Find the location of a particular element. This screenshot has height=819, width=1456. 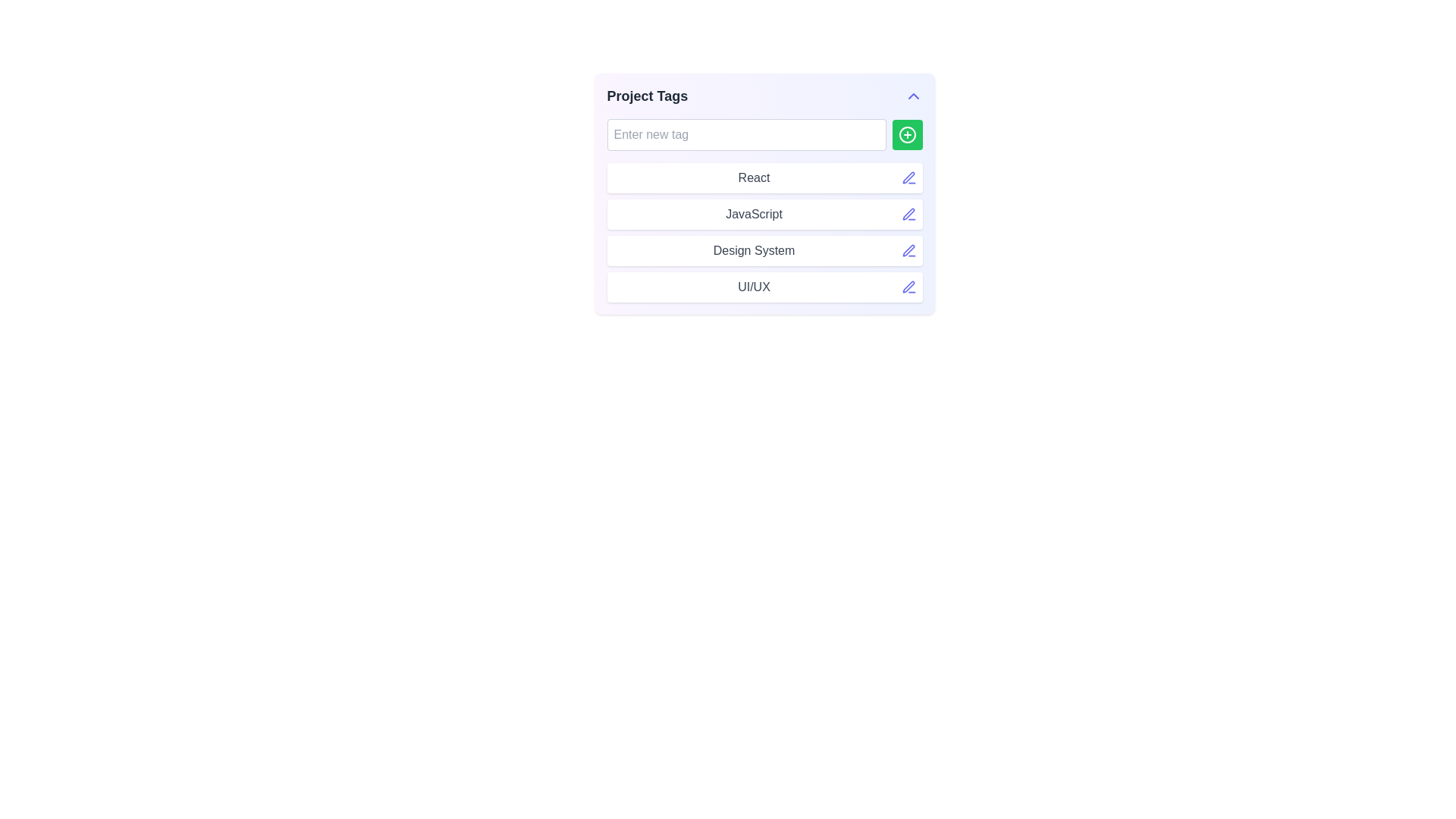

the icon button located to the right of the 'UI/UX' text in the 'Project Tags' section to initiate editing is located at coordinates (908, 287).